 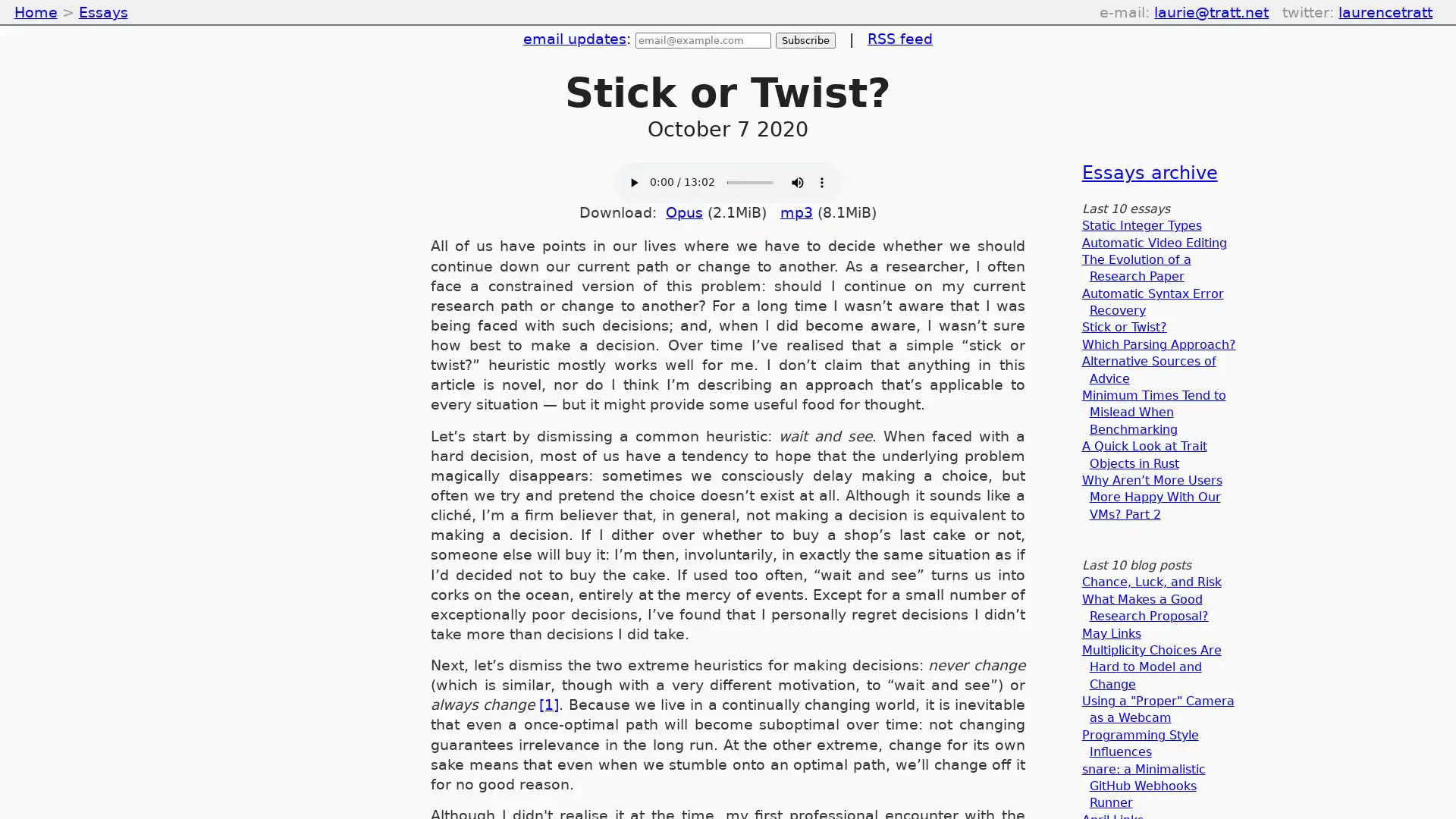 What do you see at coordinates (633, 180) in the screenshot?
I see `play` at bounding box center [633, 180].